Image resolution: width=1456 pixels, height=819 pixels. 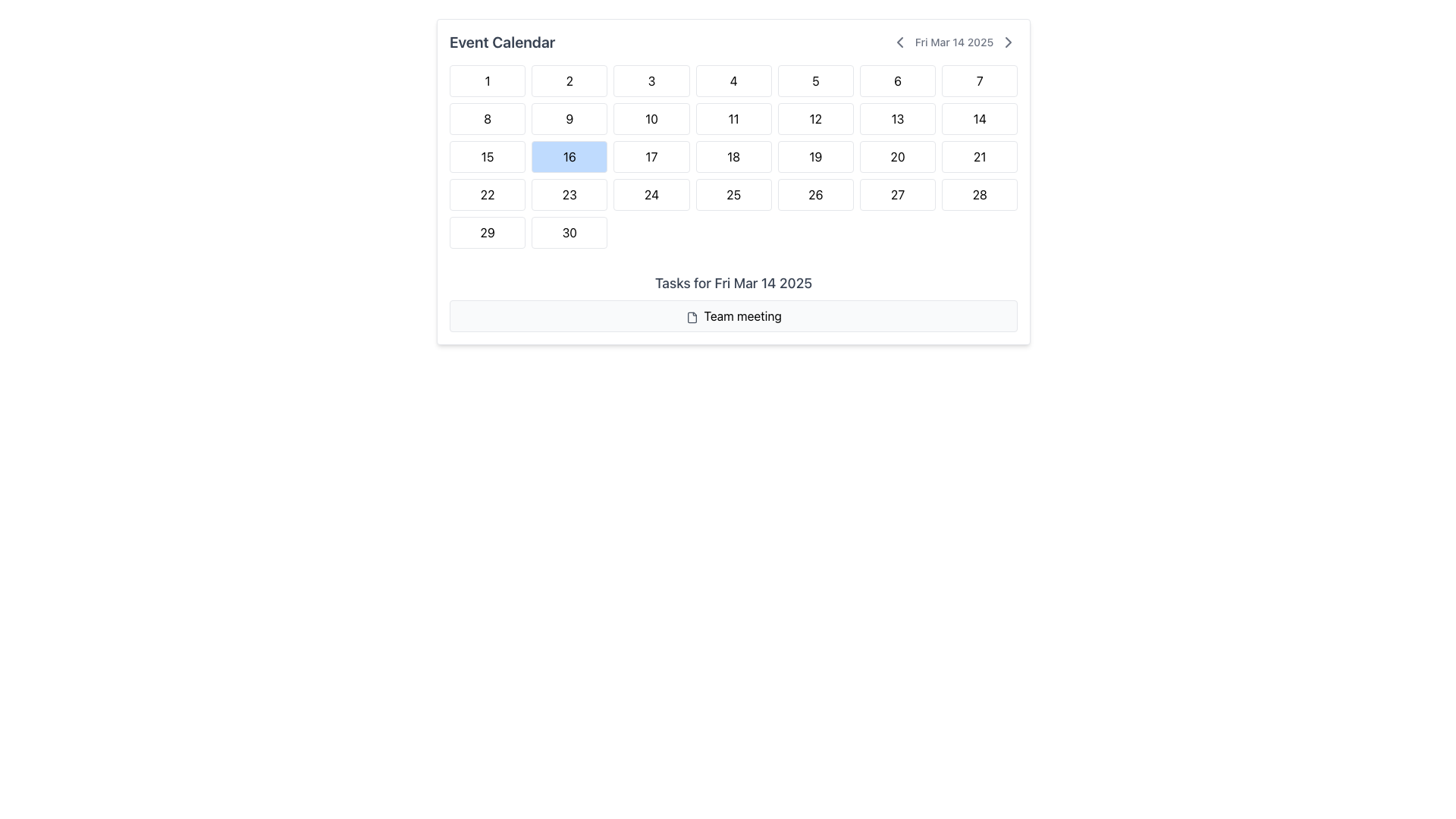 What do you see at coordinates (898, 194) in the screenshot?
I see `the Calendar Date Button displaying the number '27'` at bounding box center [898, 194].